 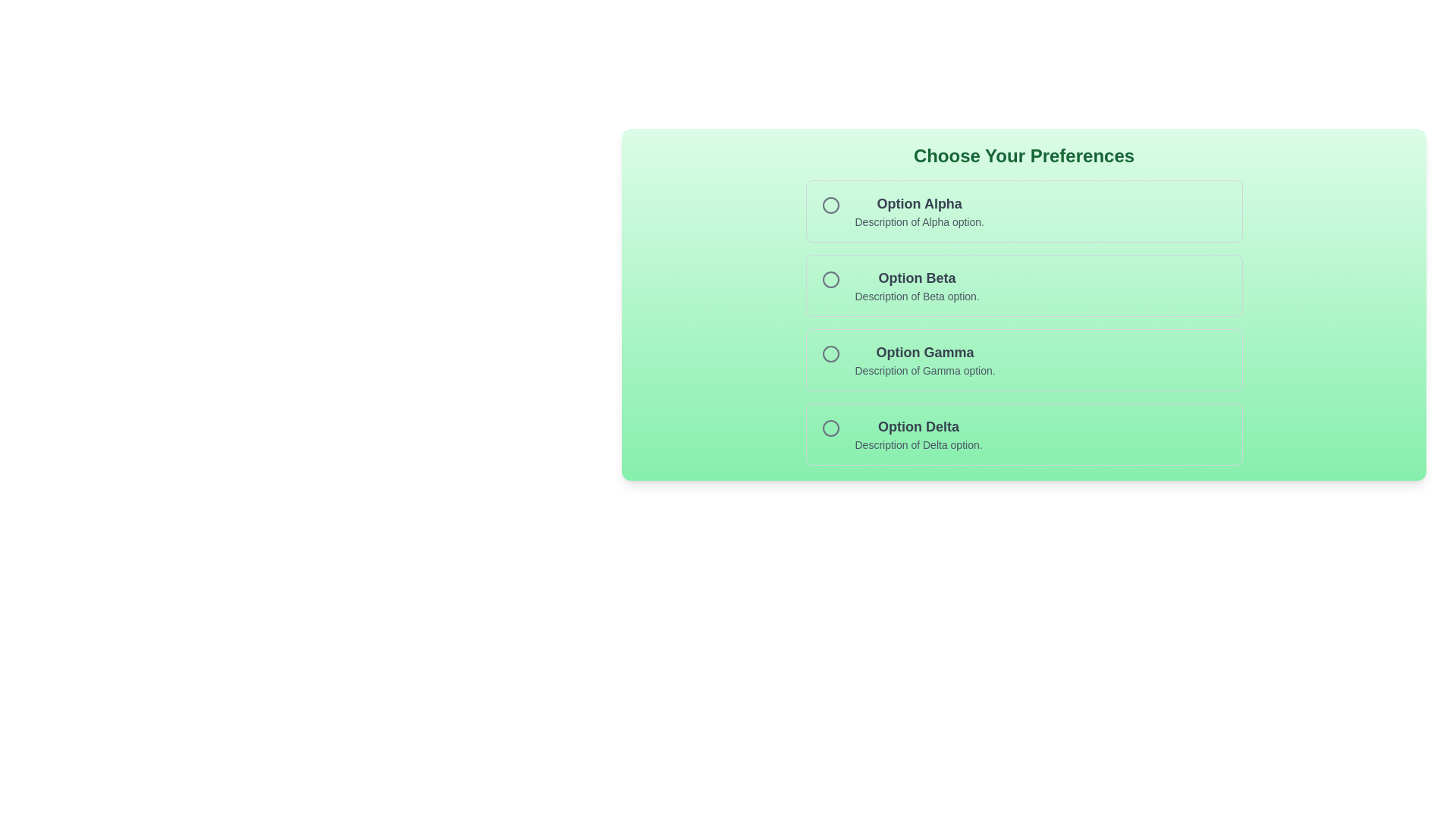 What do you see at coordinates (830, 205) in the screenshot?
I see `the radio button (circle style indicator)` at bounding box center [830, 205].